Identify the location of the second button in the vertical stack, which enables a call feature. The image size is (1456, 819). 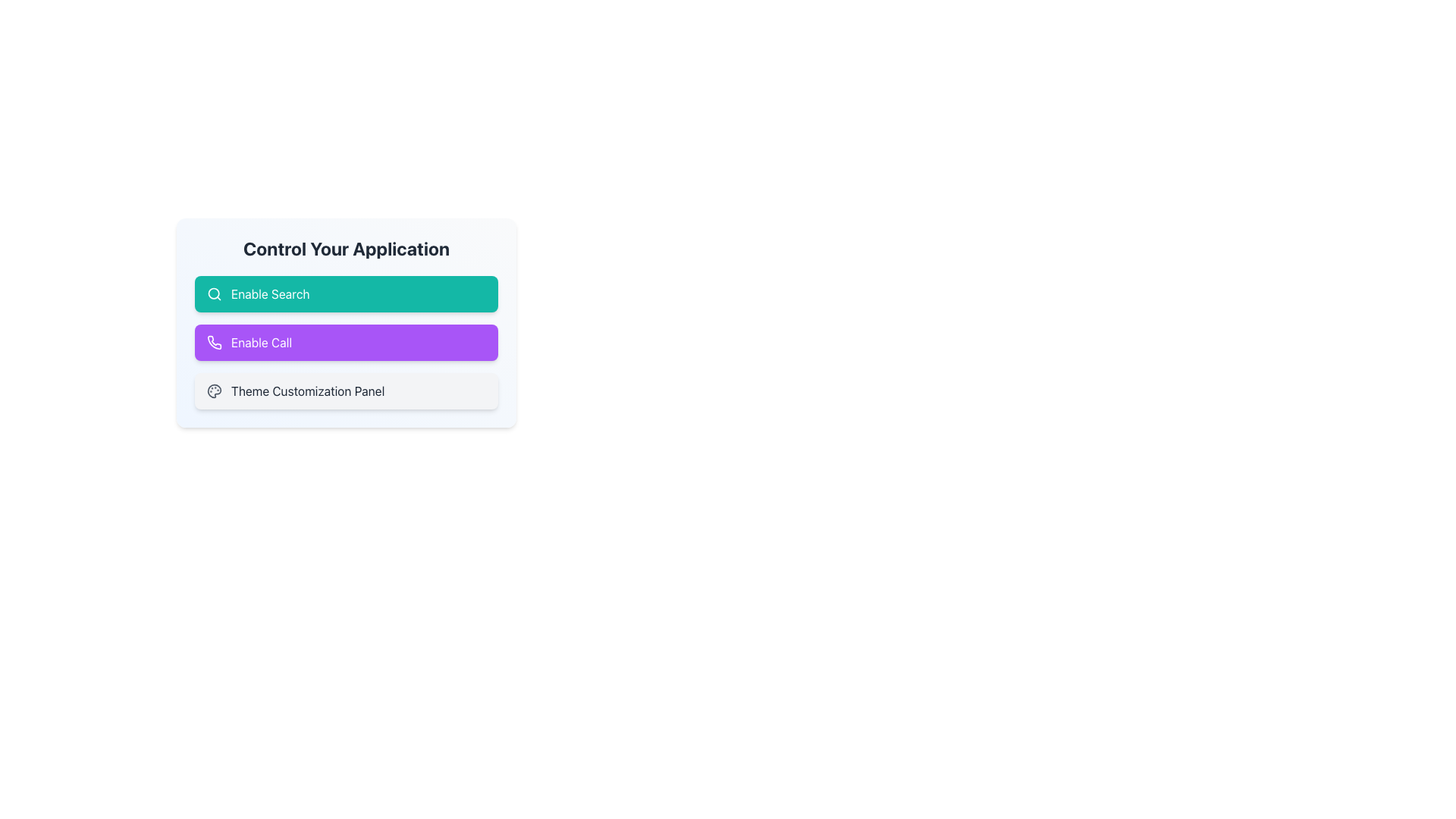
(345, 322).